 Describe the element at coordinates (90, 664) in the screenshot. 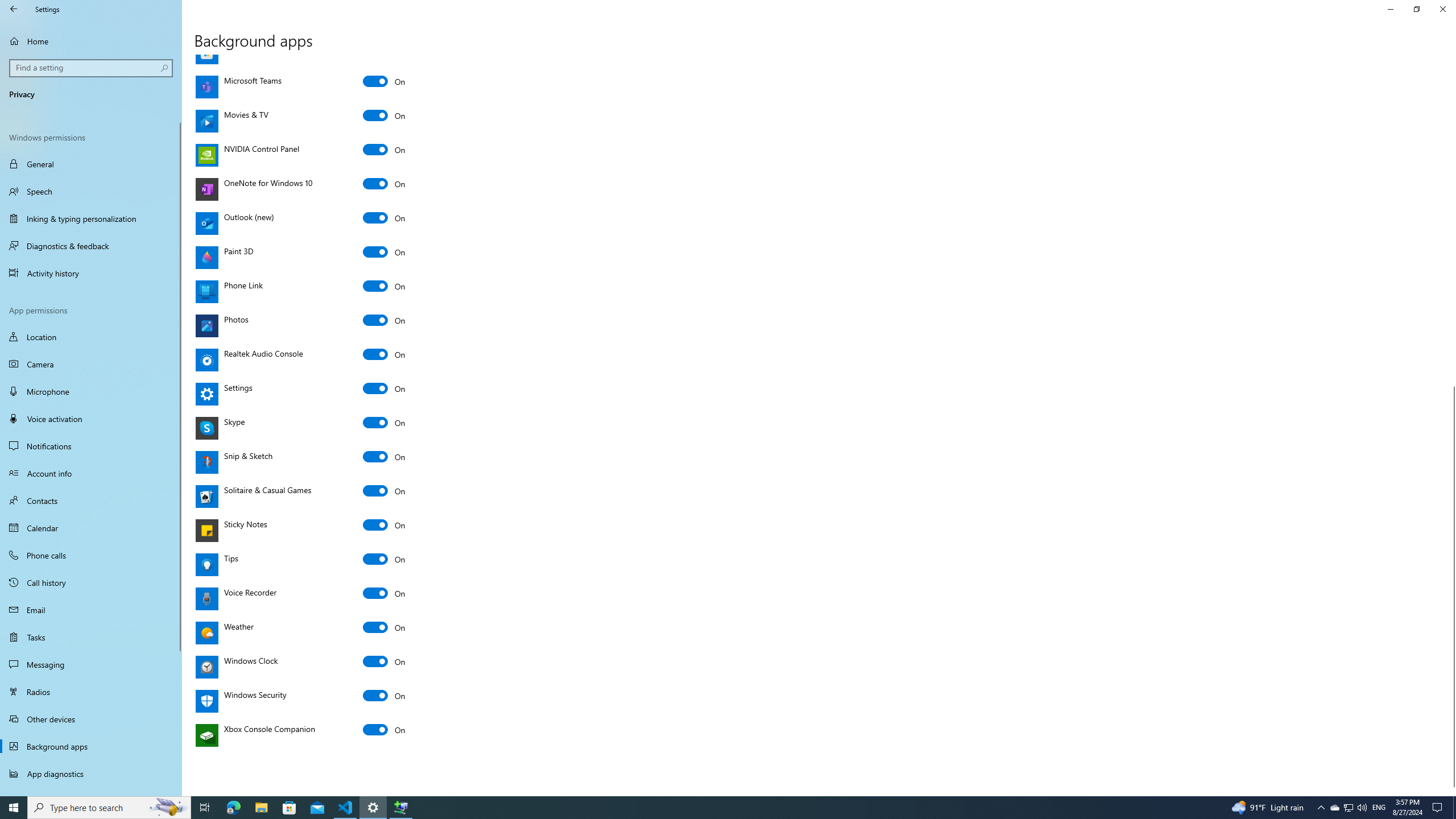

I see `'Messaging'` at that location.